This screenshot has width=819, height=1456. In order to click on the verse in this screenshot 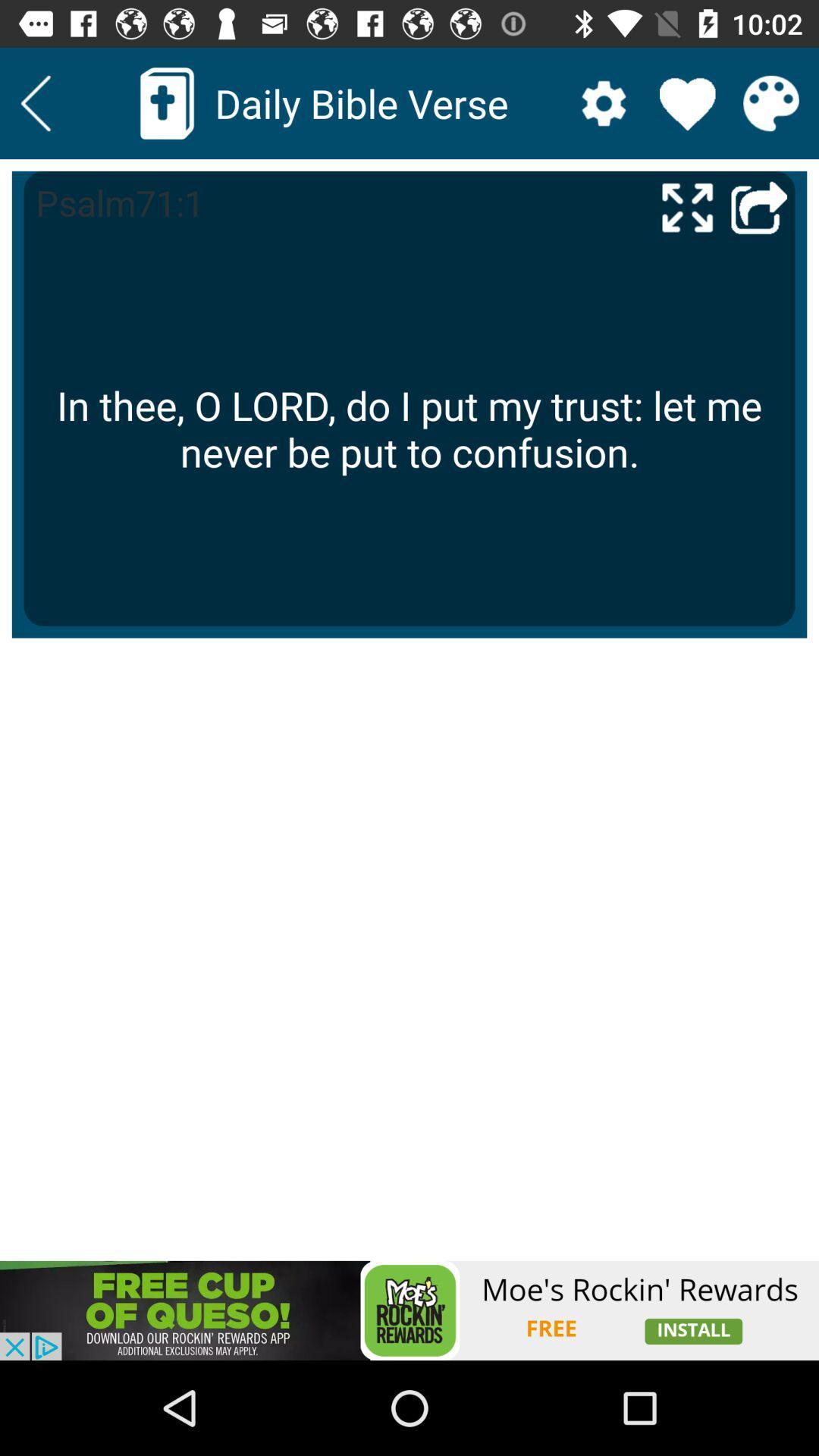, I will do `click(687, 102)`.